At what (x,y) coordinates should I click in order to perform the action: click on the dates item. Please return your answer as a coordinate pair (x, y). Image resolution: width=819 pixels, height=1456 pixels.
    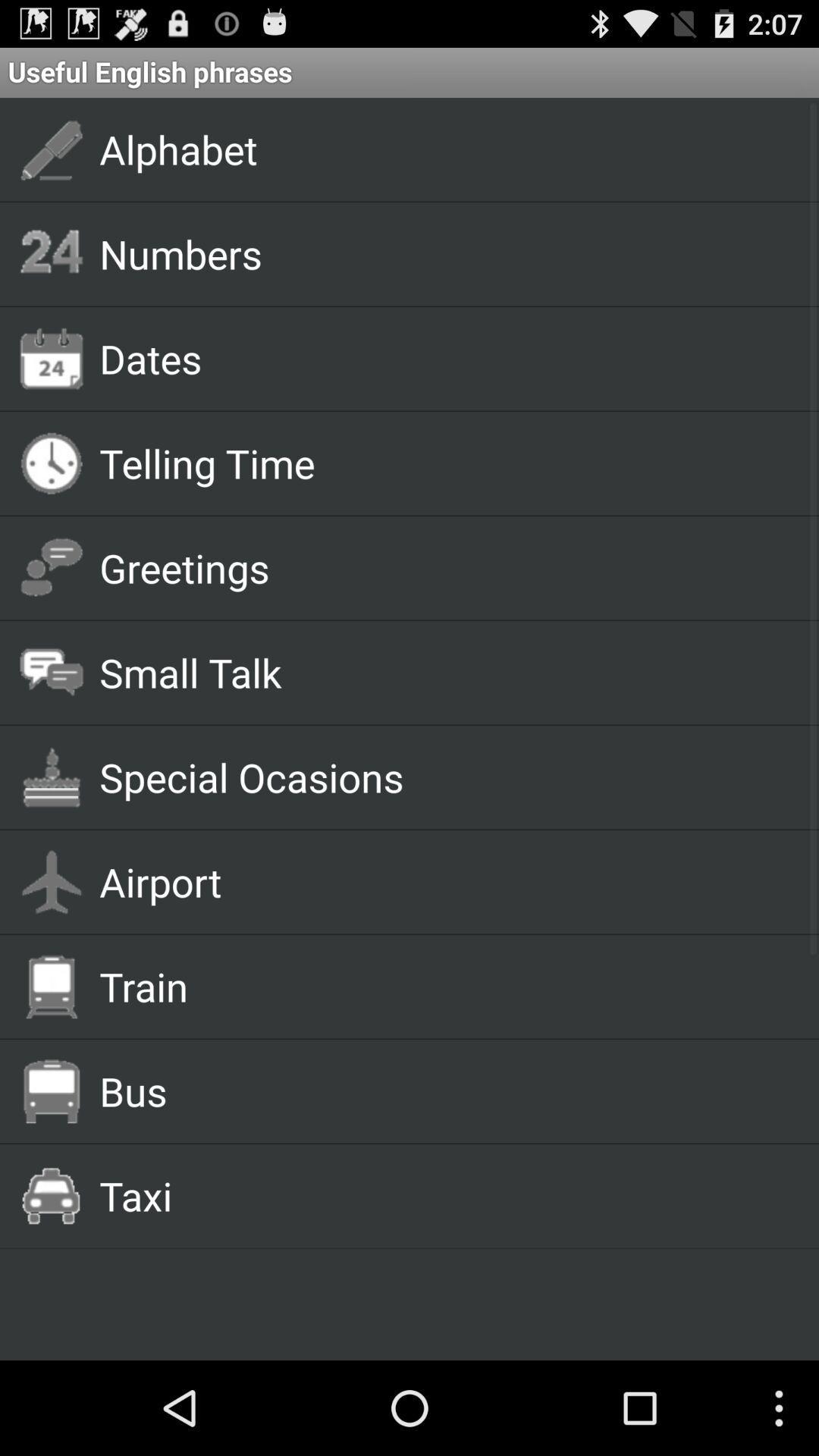
    Looking at the image, I should click on (441, 357).